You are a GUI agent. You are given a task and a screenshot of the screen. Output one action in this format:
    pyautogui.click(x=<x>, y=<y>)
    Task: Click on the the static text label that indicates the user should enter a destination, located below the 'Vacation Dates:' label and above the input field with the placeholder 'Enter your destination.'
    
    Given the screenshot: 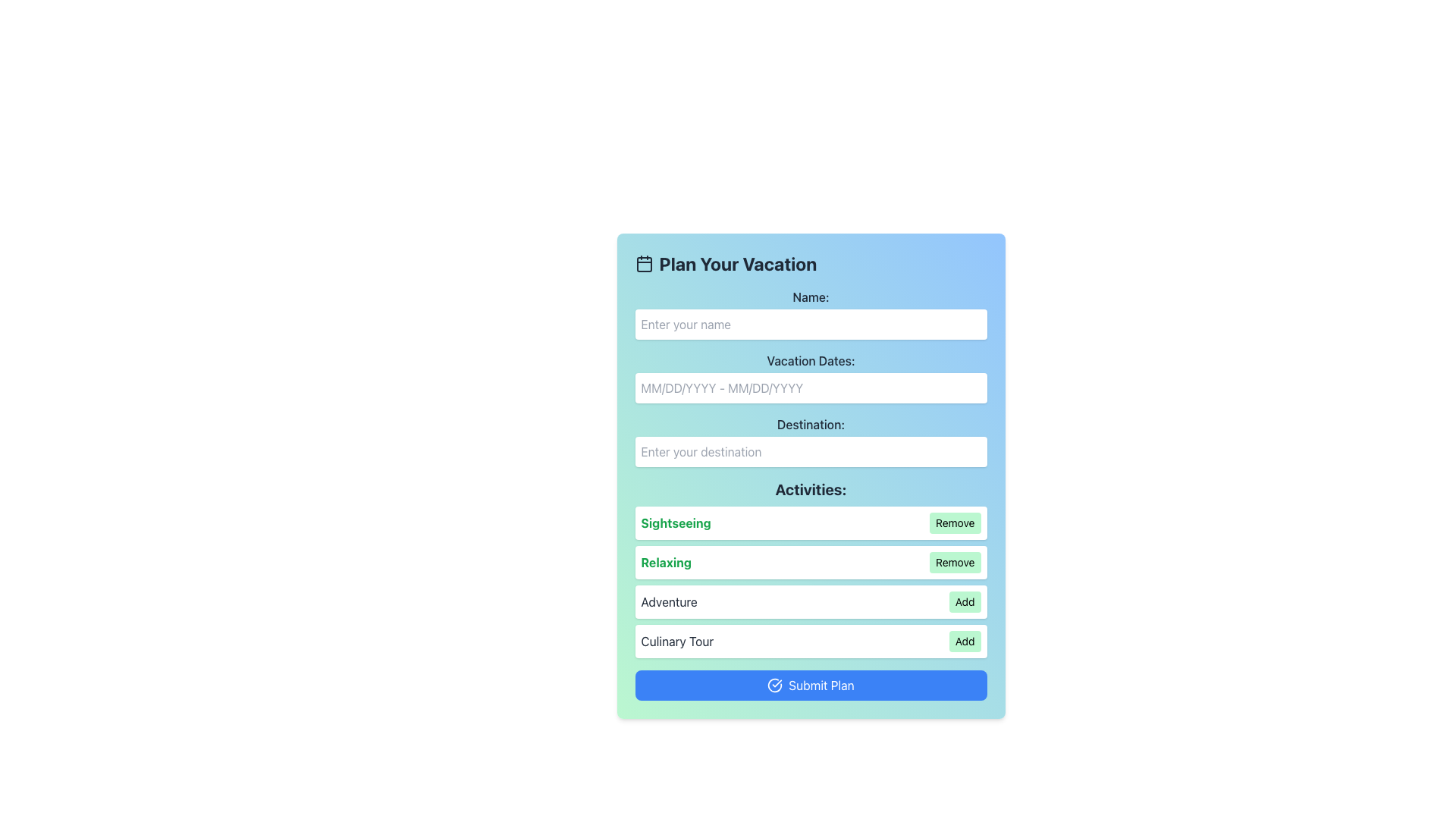 What is the action you would take?
    pyautogui.click(x=810, y=424)
    